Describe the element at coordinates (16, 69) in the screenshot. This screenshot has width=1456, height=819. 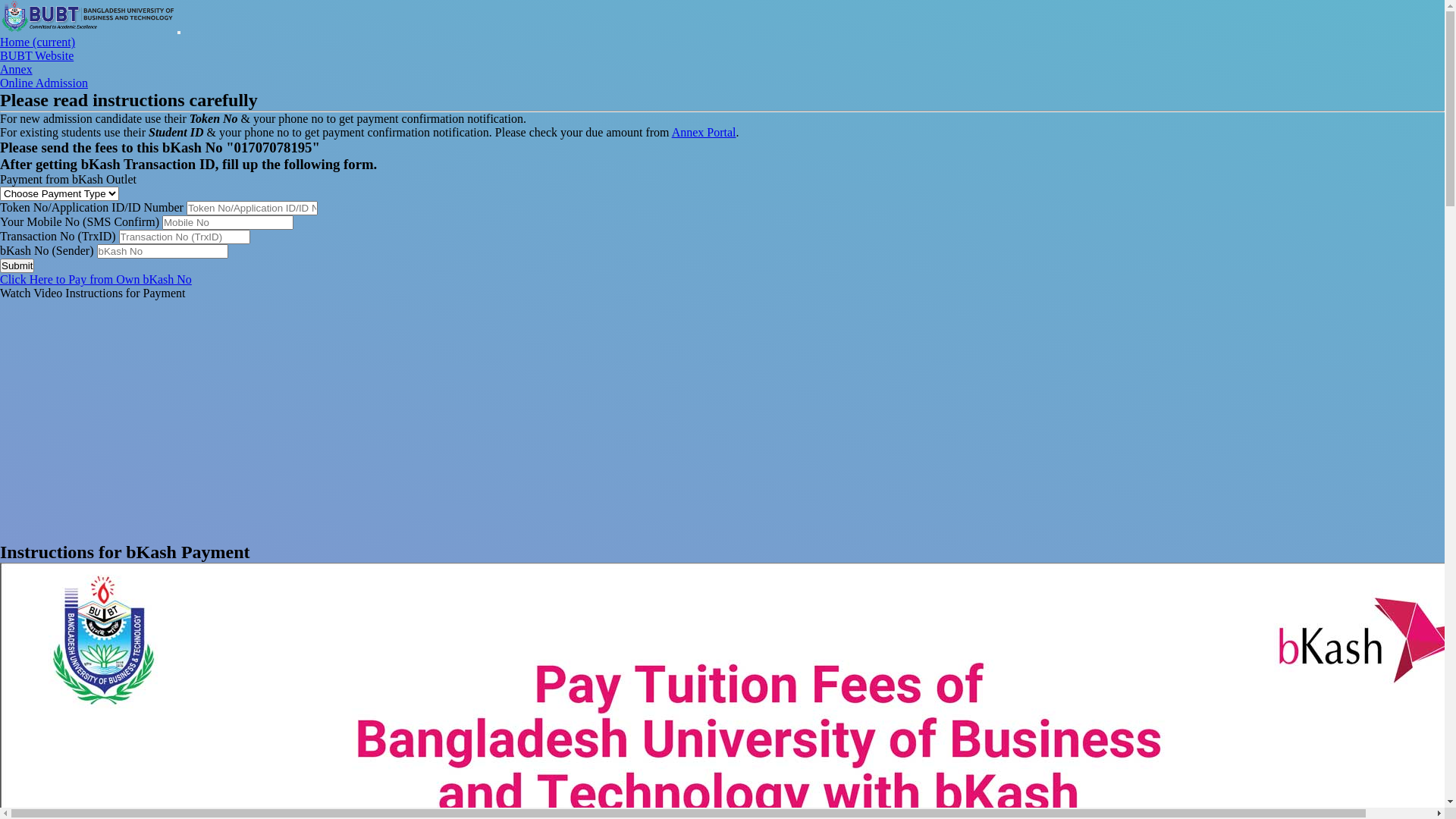
I see `'Annex'` at that location.